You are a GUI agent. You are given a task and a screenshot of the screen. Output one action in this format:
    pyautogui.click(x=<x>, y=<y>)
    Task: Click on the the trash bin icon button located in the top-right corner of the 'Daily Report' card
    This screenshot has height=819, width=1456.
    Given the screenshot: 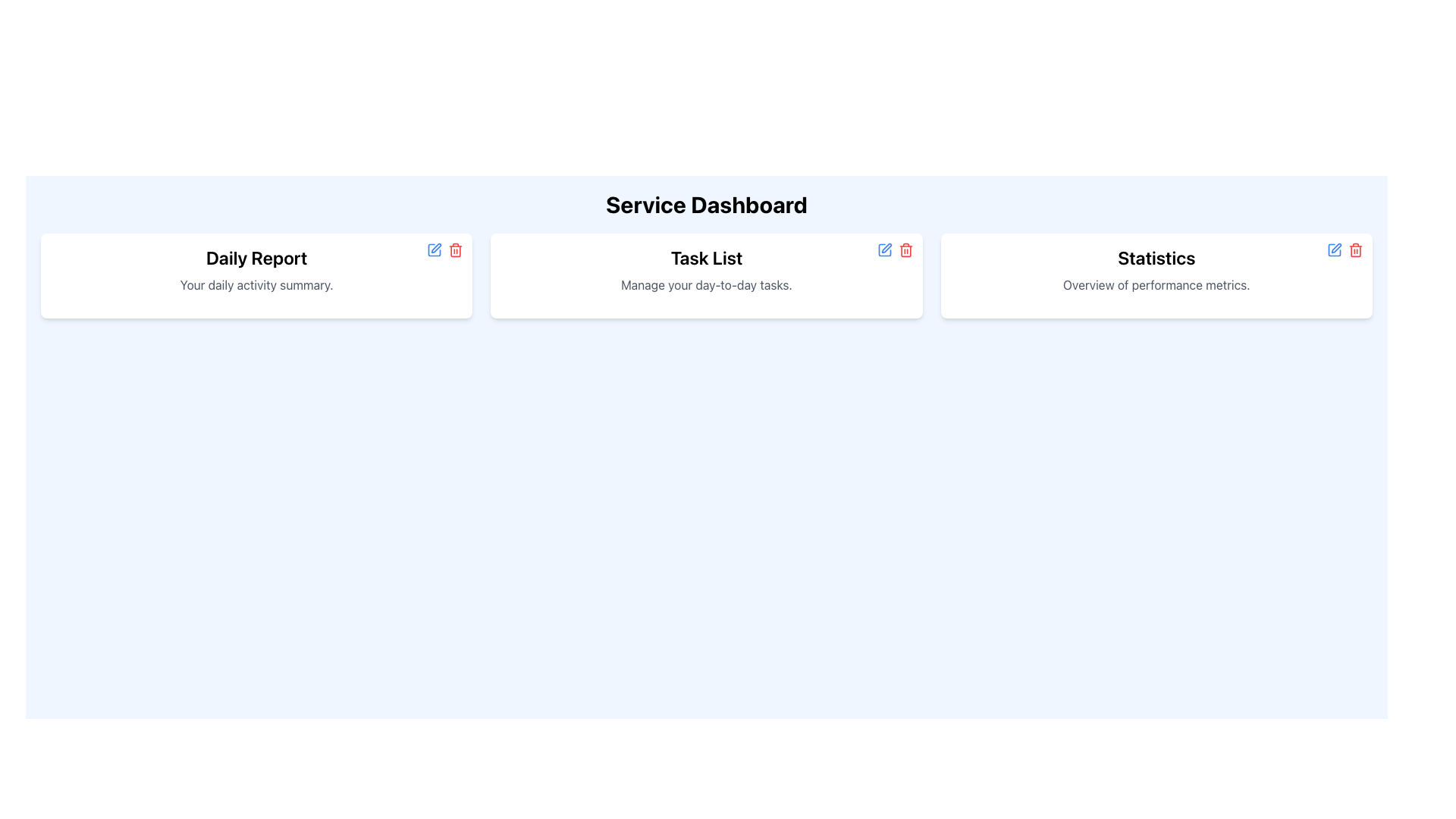 What is the action you would take?
    pyautogui.click(x=455, y=249)
    